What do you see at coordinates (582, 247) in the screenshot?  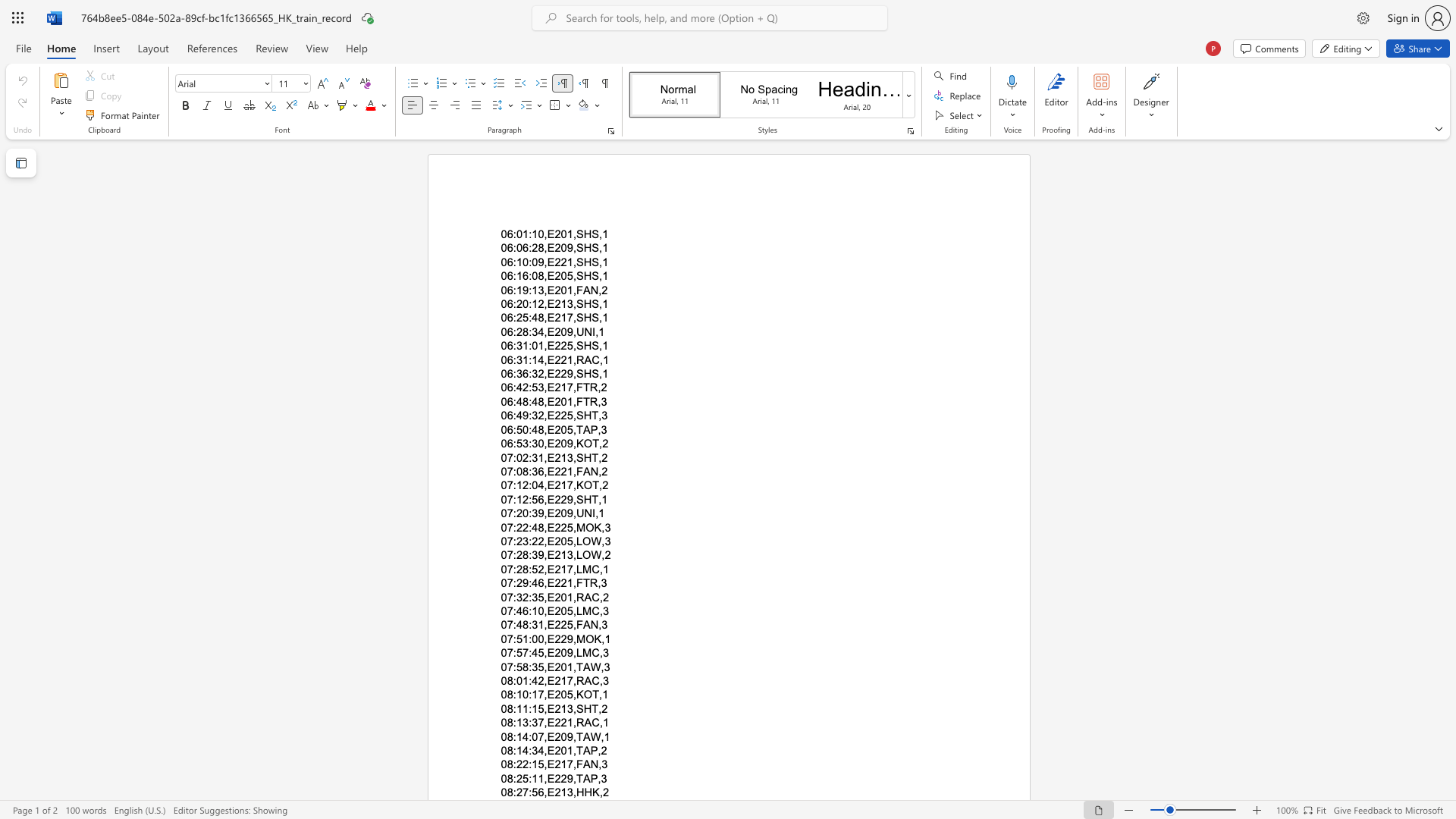 I see `the subset text "HS," within the text "06:06:28,E209,SHS,1"` at bounding box center [582, 247].